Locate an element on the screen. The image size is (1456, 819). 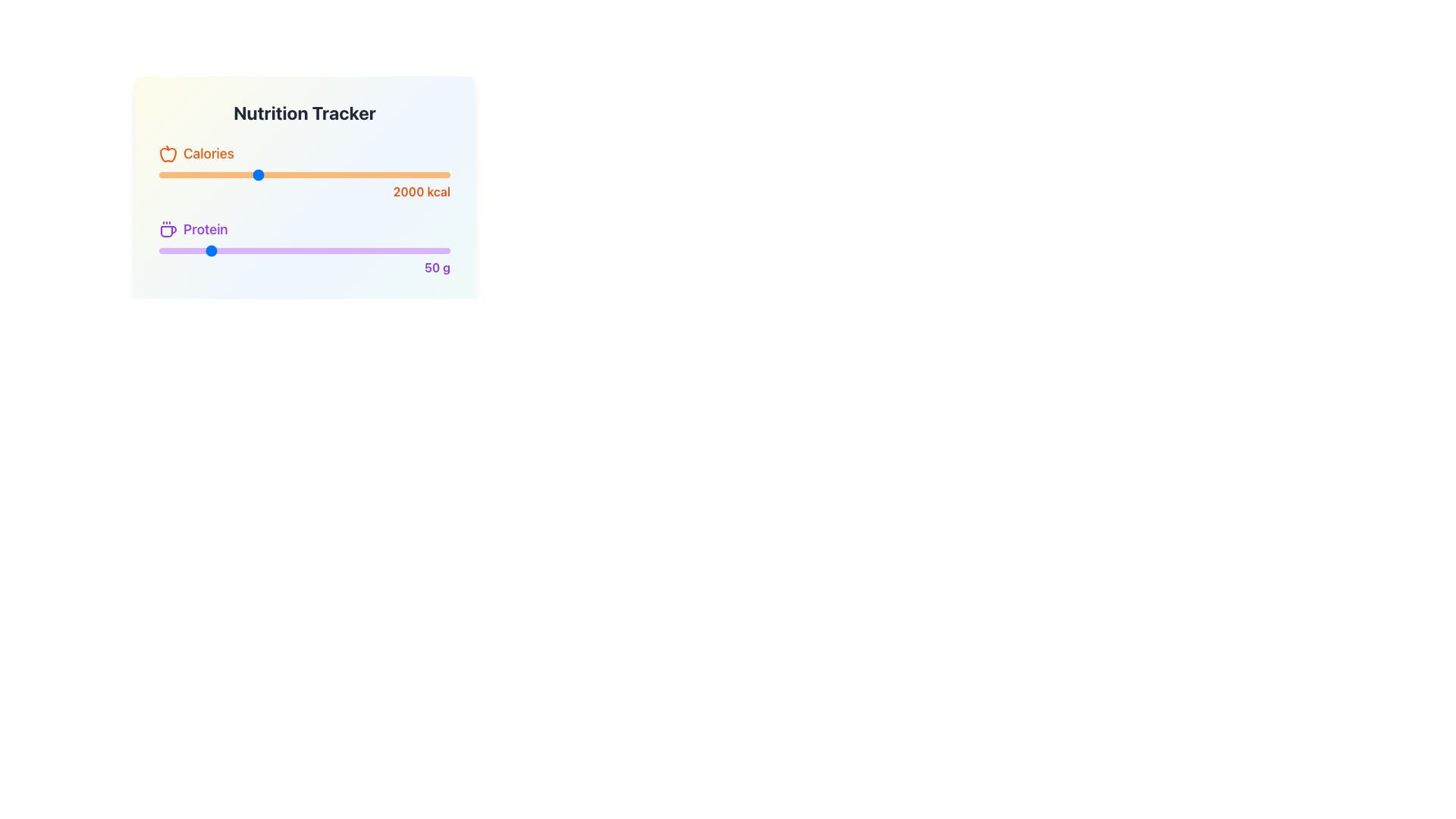
calorie goal is located at coordinates (186, 174).